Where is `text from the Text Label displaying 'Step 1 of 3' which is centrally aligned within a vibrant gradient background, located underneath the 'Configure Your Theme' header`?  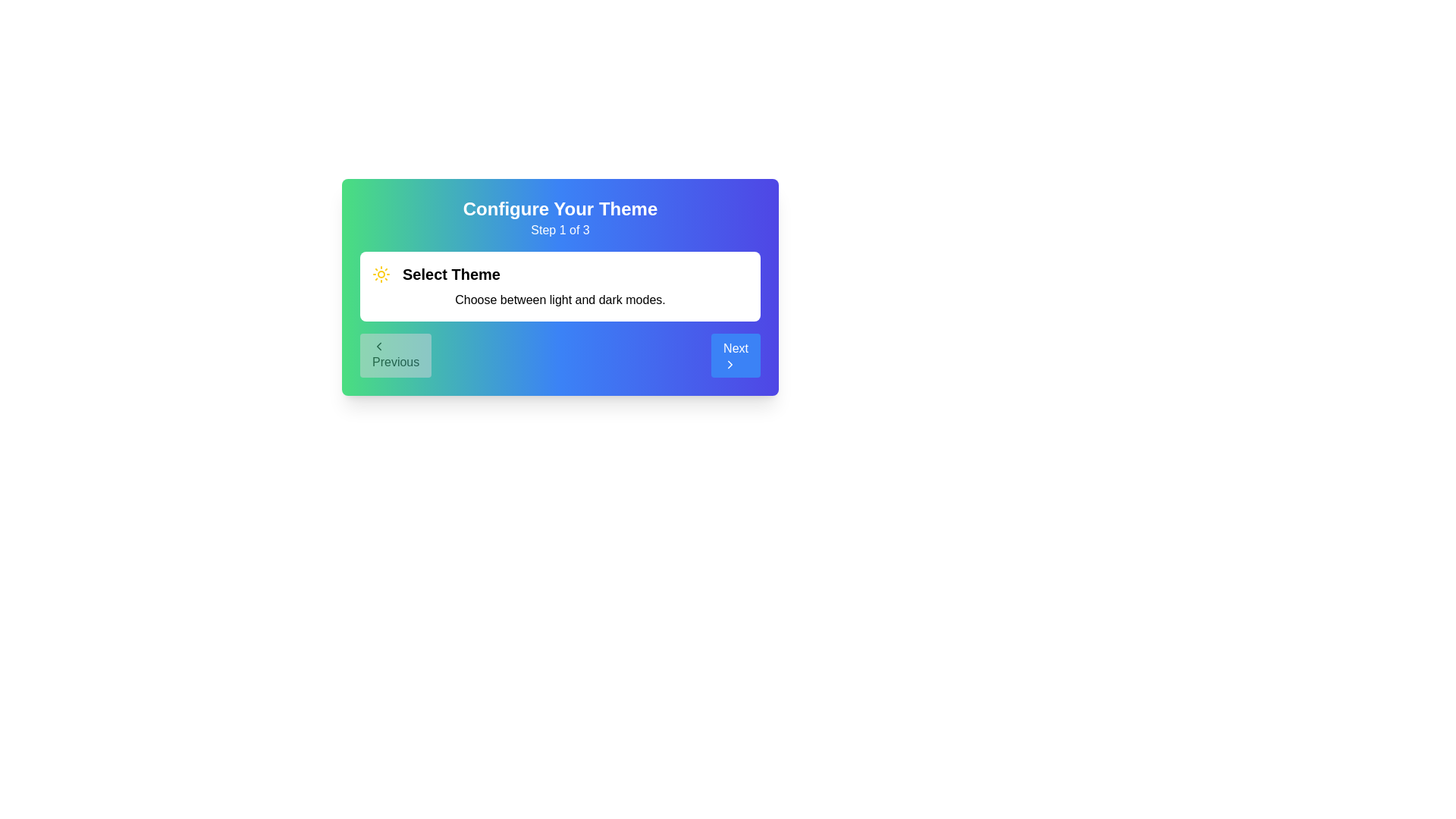
text from the Text Label displaying 'Step 1 of 3' which is centrally aligned within a vibrant gradient background, located underneath the 'Configure Your Theme' header is located at coordinates (560, 231).